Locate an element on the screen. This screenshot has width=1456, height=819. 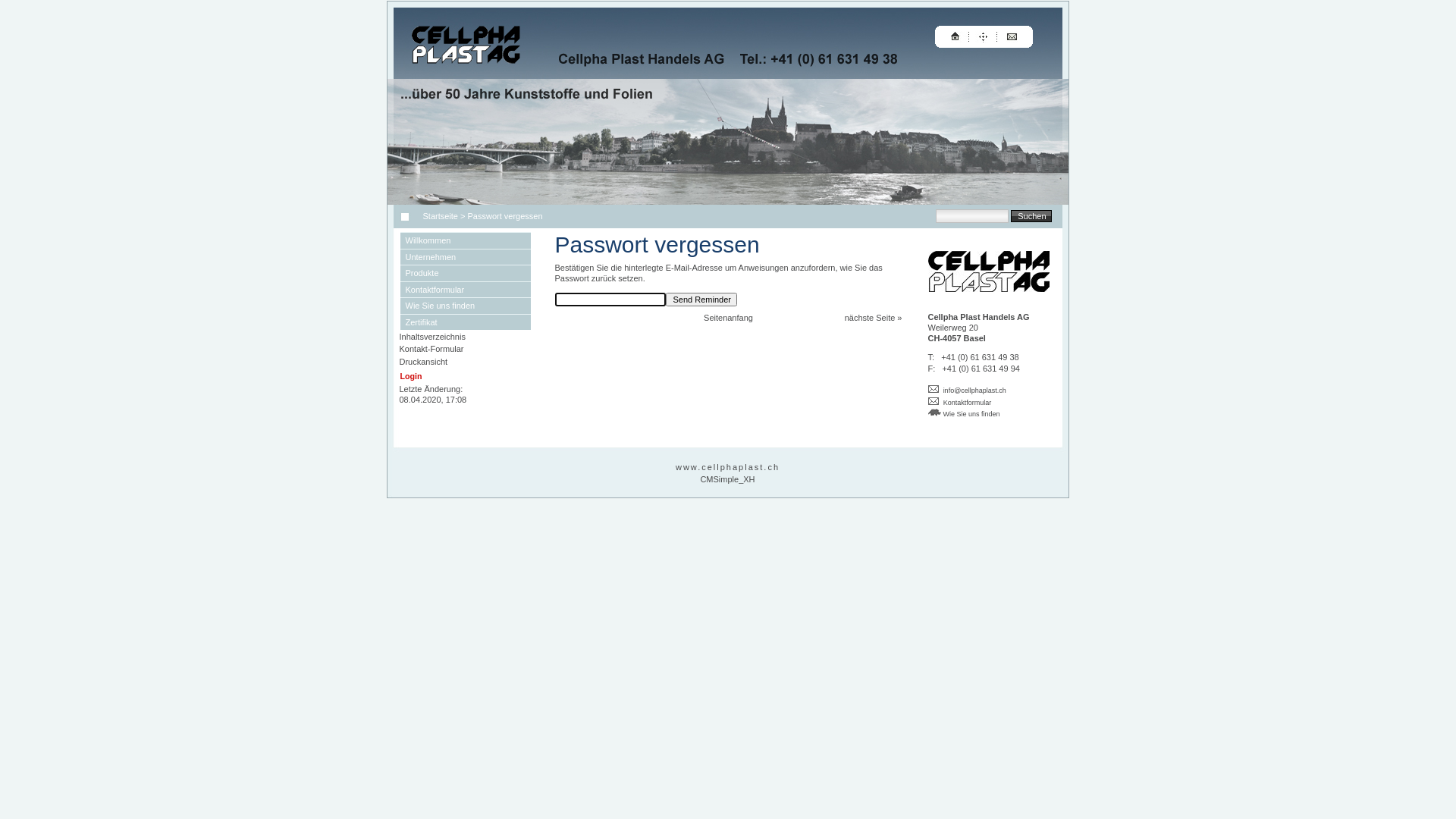
'Willkommen' is located at coordinates (400, 239).